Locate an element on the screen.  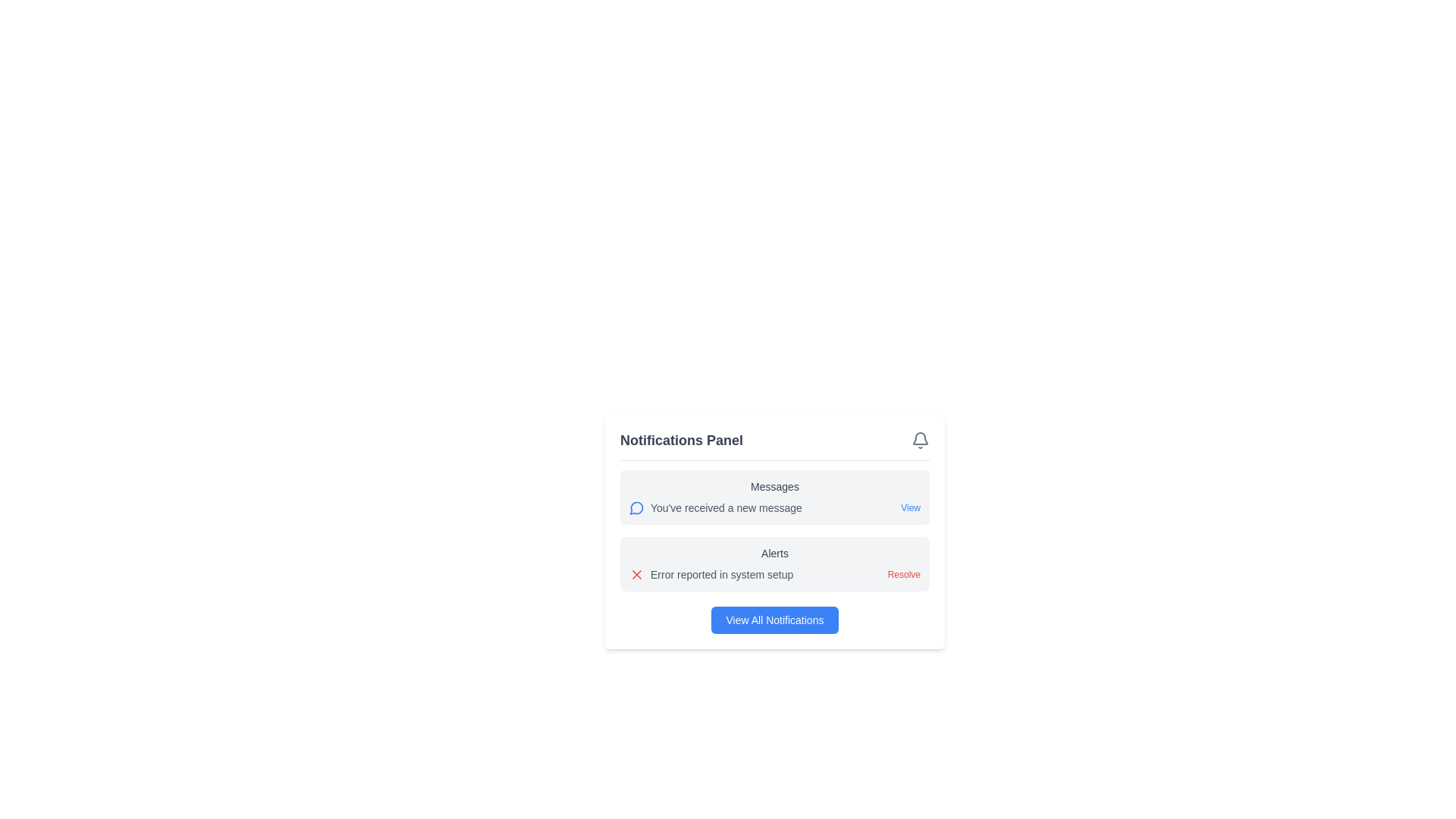
message displayed in the Text Label that shows 'You've received a new message' in the notifications panel under the 'Messages' section is located at coordinates (714, 508).